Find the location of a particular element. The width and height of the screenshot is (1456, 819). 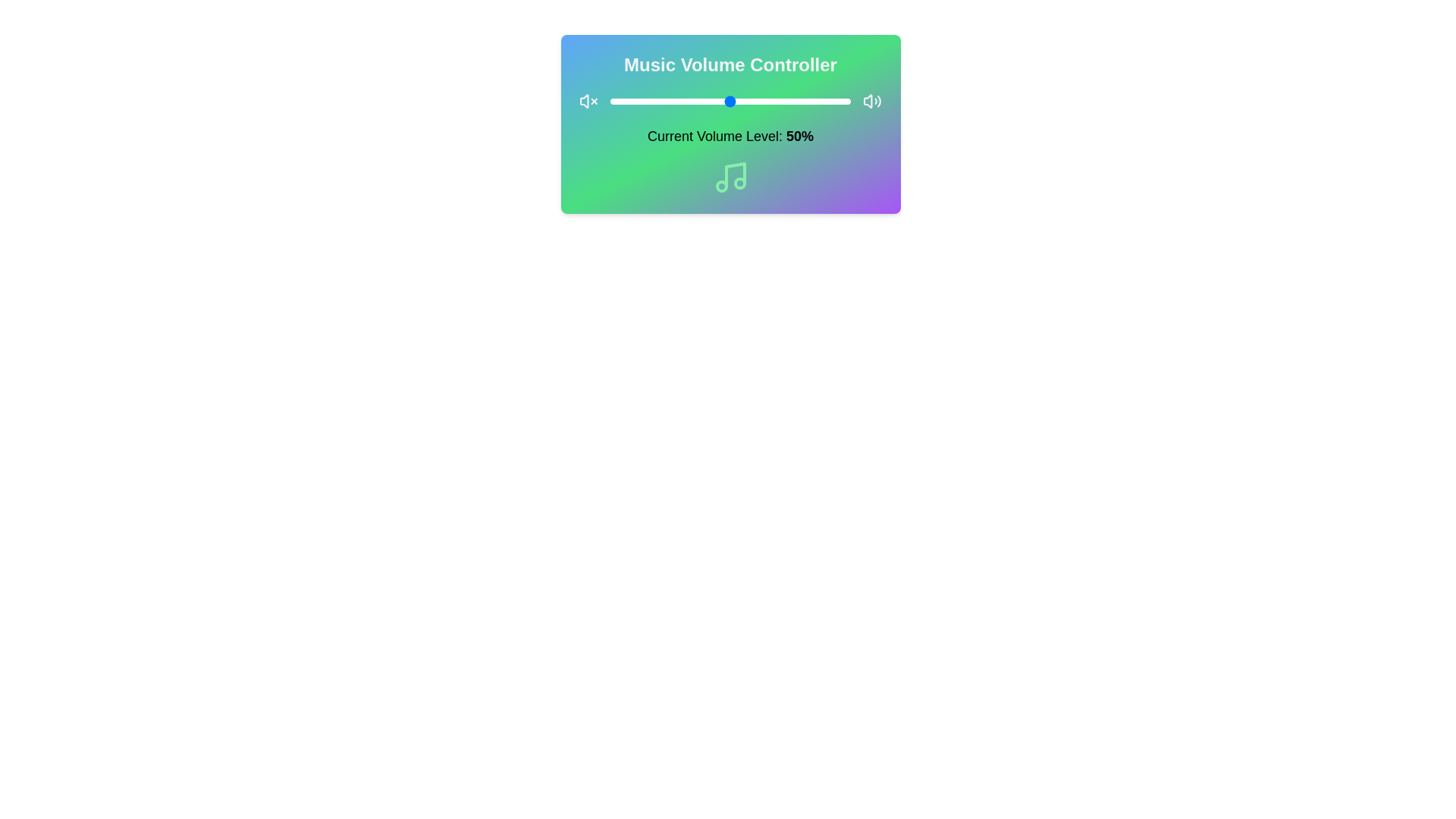

the volume slider to 92% is located at coordinates (830, 102).